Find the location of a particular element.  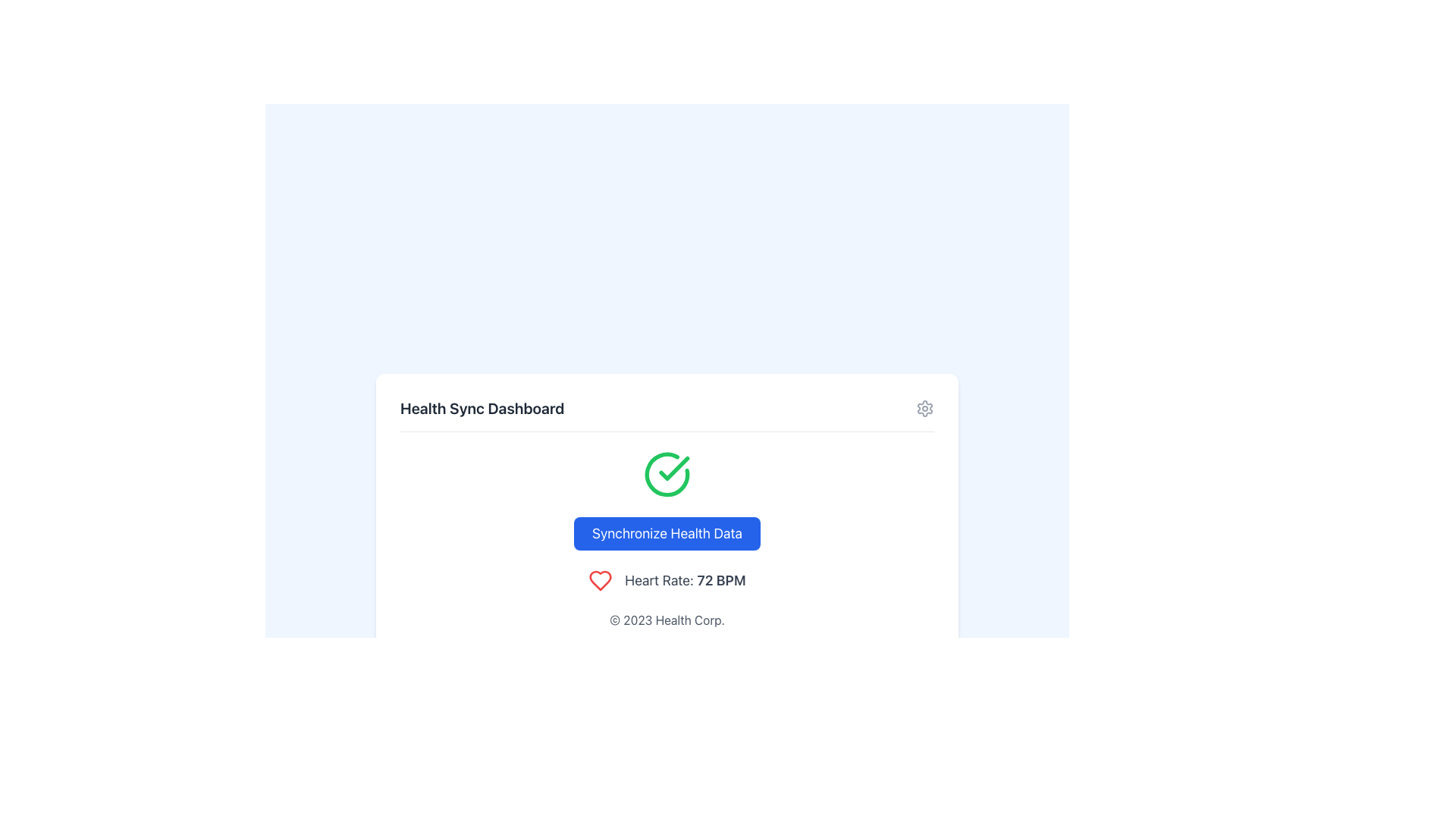

the status of the circular icon with a green outline and a green check mark that indicates successful completion, located at the center-top of the health status layout above the 'Synchronize Health Data' button is located at coordinates (667, 472).